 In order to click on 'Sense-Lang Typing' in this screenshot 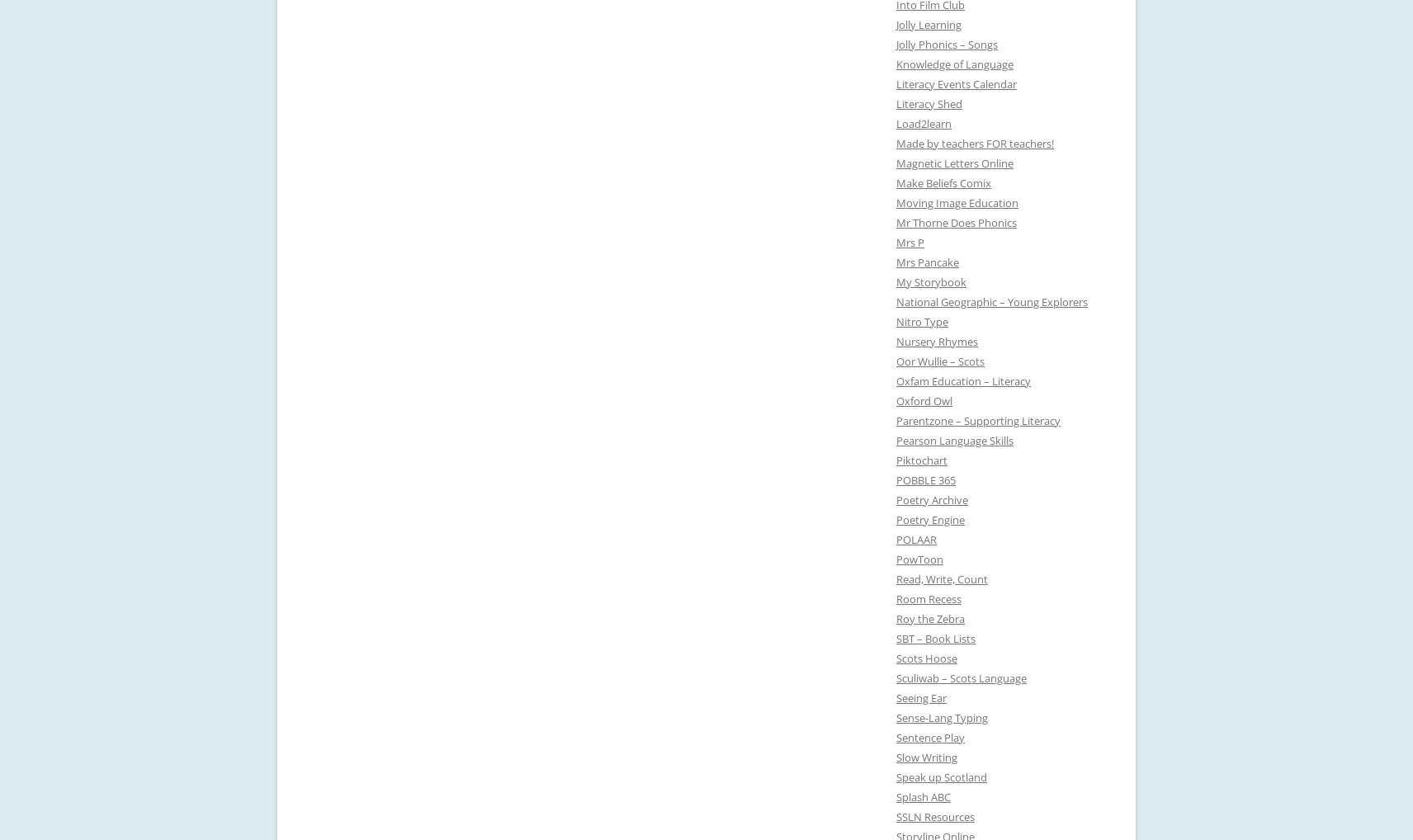, I will do `click(942, 717)`.